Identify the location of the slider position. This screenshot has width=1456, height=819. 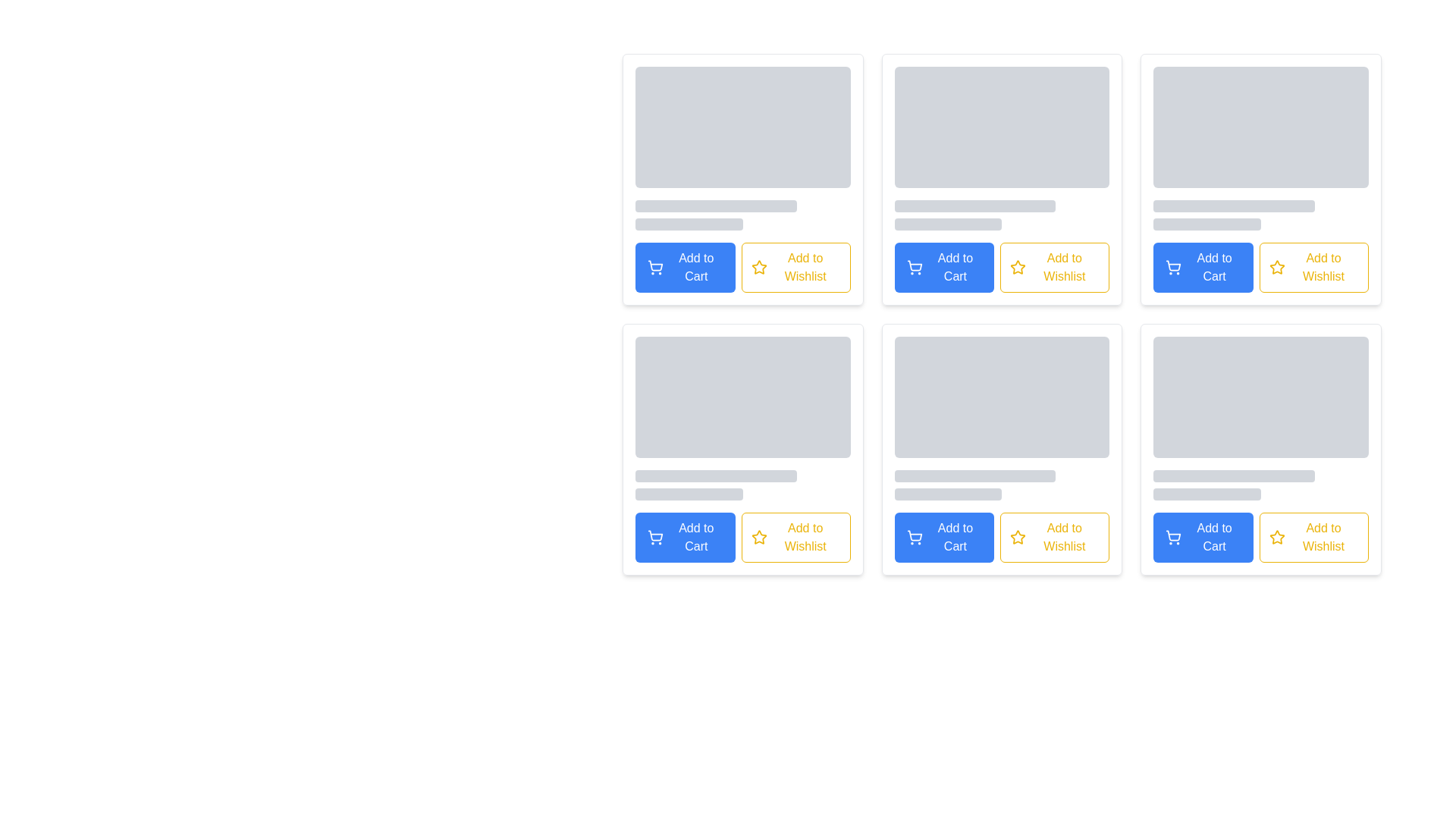
(916, 494).